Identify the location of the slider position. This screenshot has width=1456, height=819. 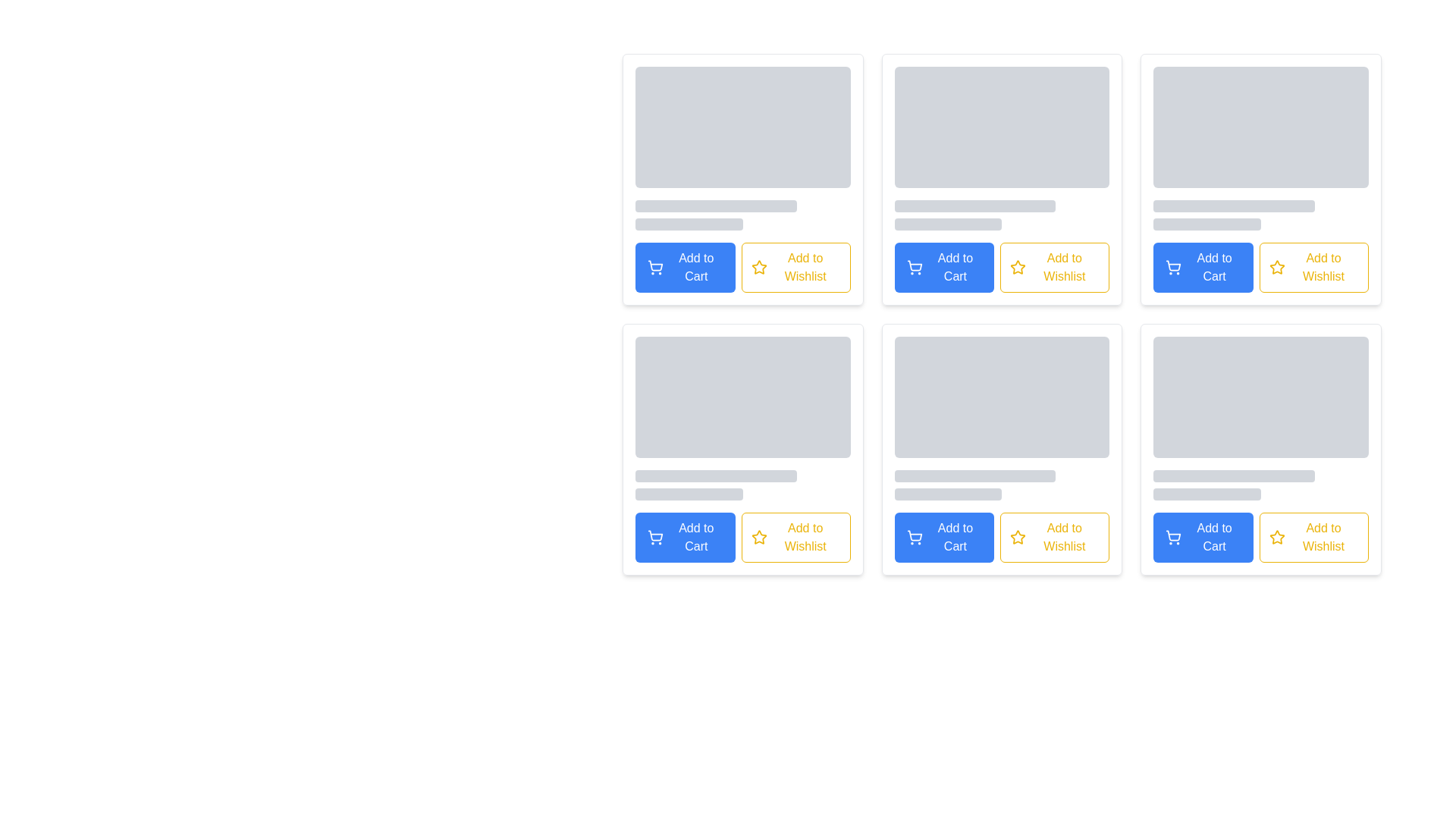
(916, 494).